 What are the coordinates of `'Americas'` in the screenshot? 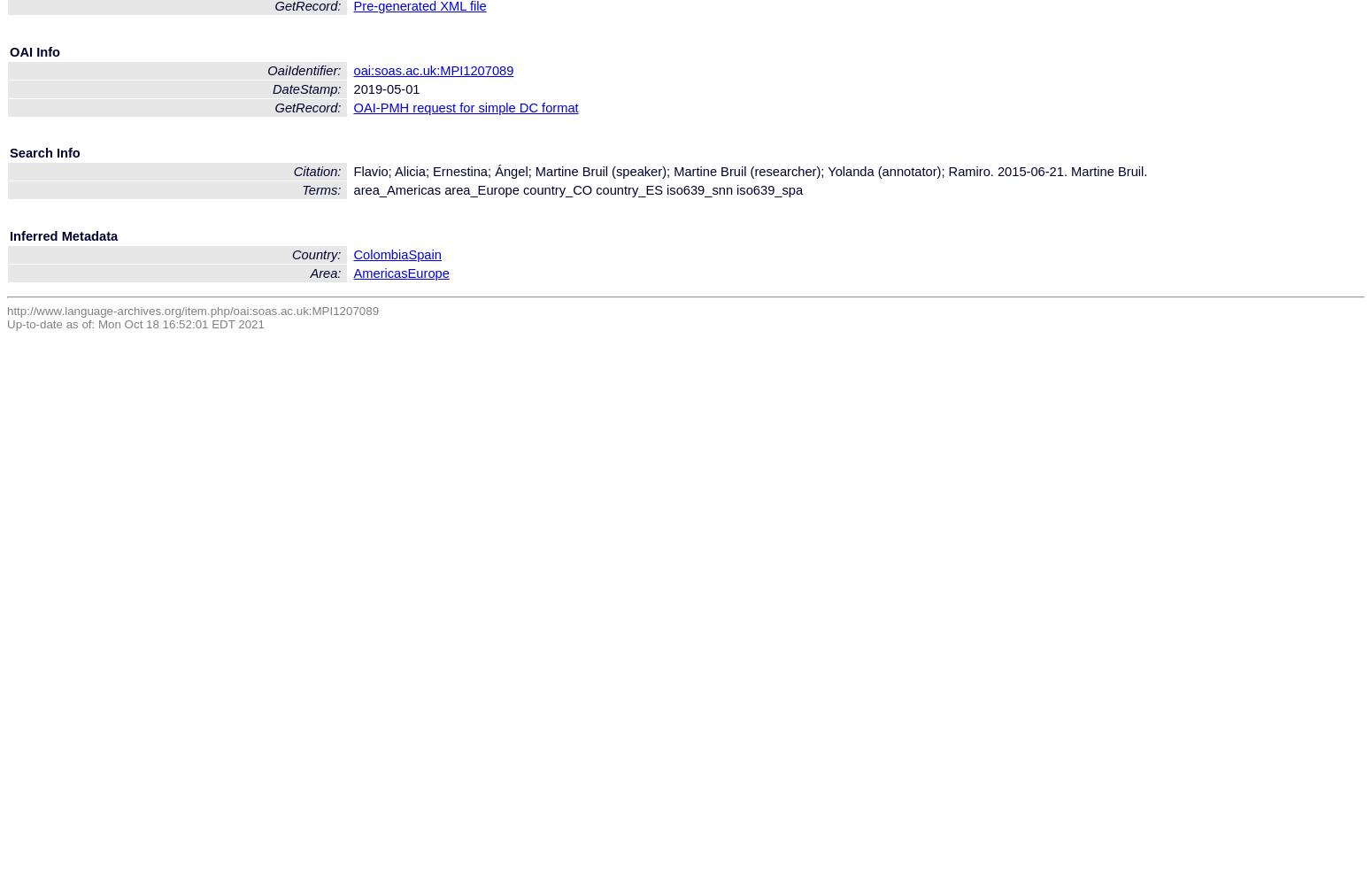 It's located at (380, 273).